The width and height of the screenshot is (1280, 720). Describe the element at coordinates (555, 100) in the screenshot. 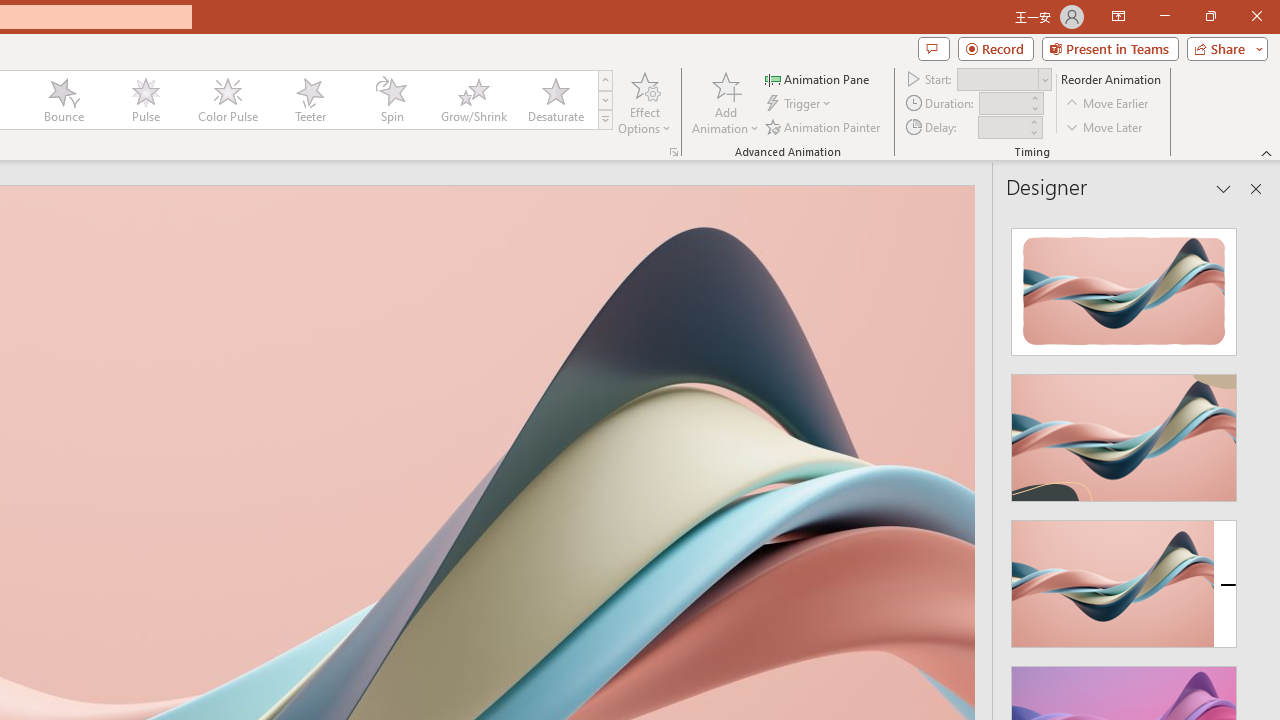

I see `'Desaturate'` at that location.